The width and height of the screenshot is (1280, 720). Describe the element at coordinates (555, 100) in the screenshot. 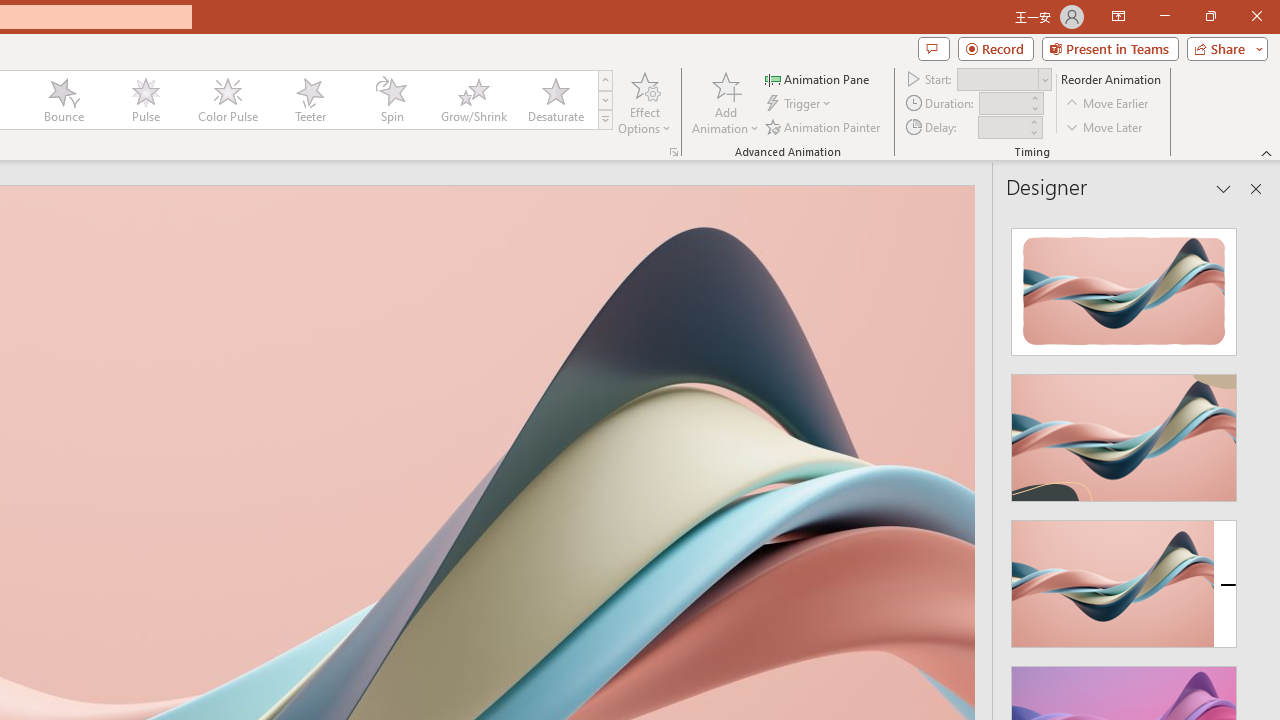

I see `'Desaturate'` at that location.